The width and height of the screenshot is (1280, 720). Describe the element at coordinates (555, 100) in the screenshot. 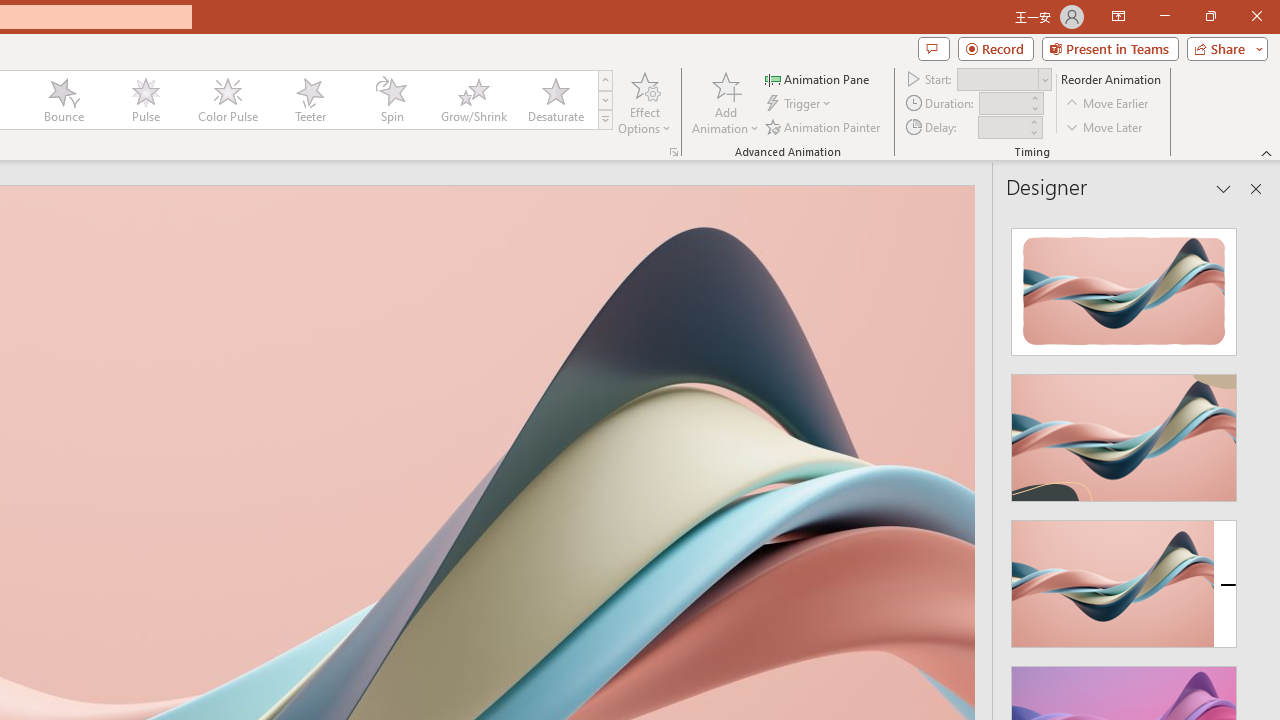

I see `'Desaturate'` at that location.